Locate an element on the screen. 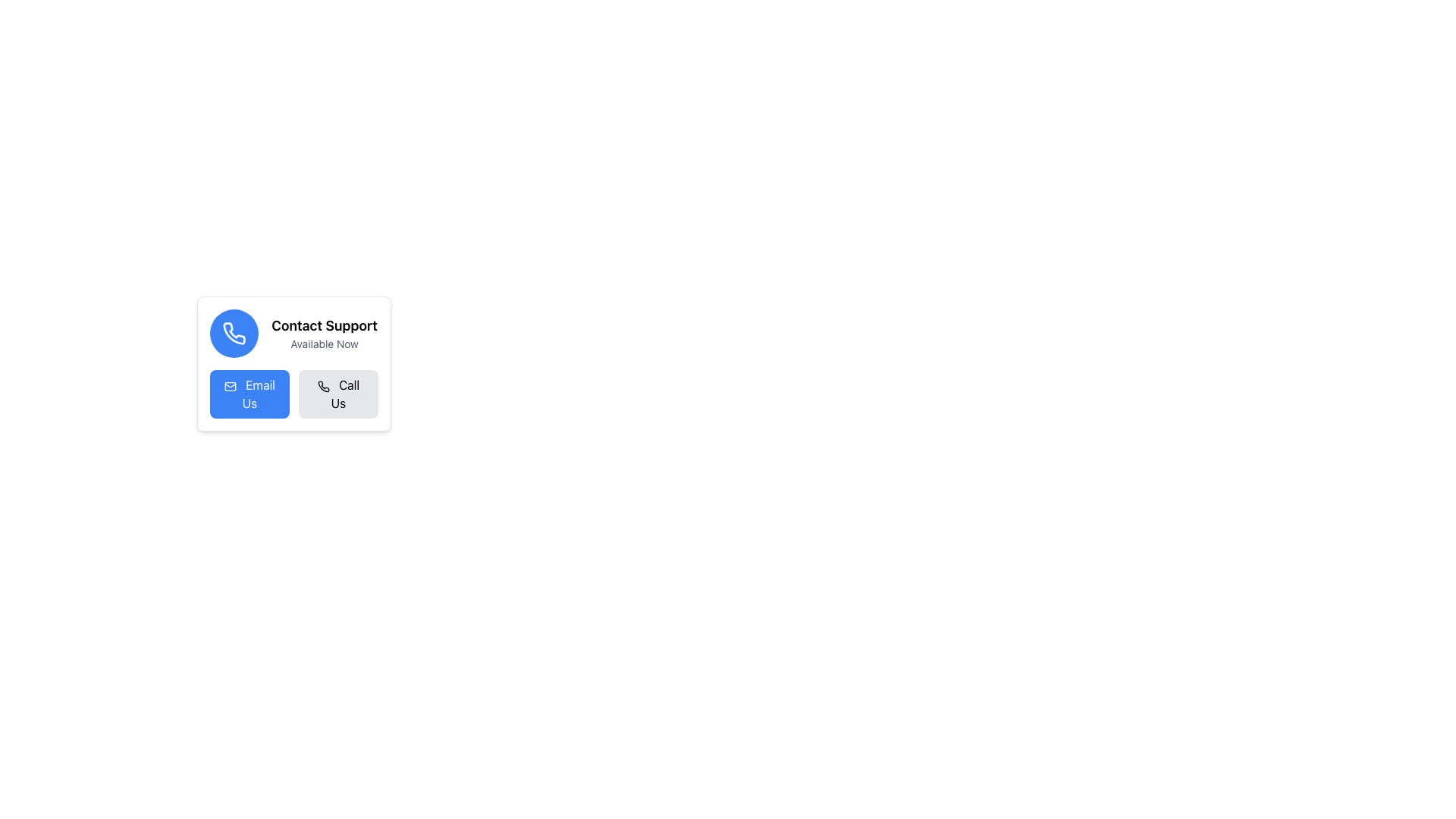 The height and width of the screenshot is (819, 1456). the phone call icon located to the left of the 'Call Us' text within the button in the contact options panel is located at coordinates (322, 385).